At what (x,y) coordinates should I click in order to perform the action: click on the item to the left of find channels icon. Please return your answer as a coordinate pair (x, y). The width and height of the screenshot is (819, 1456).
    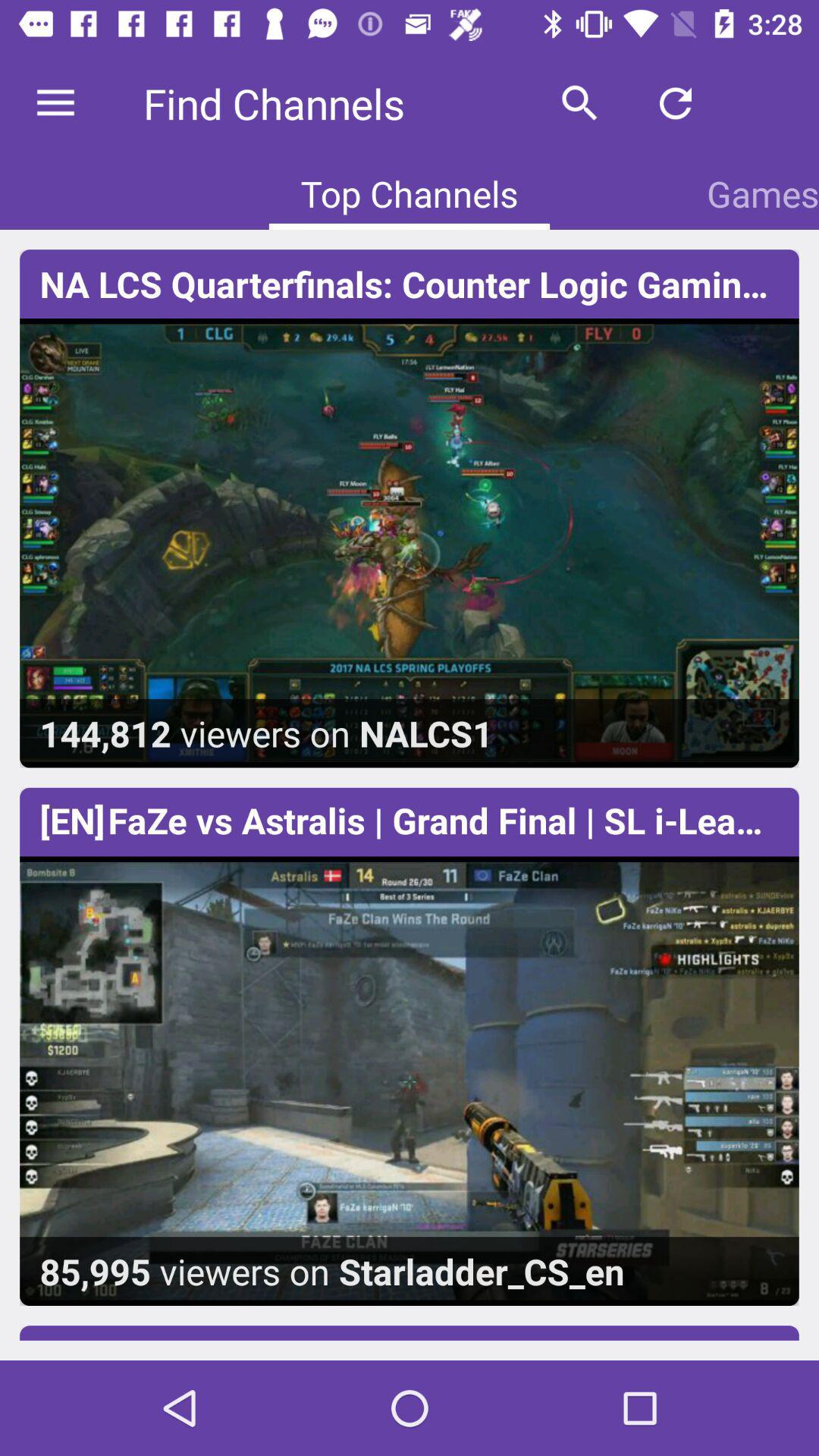
    Looking at the image, I should click on (55, 102).